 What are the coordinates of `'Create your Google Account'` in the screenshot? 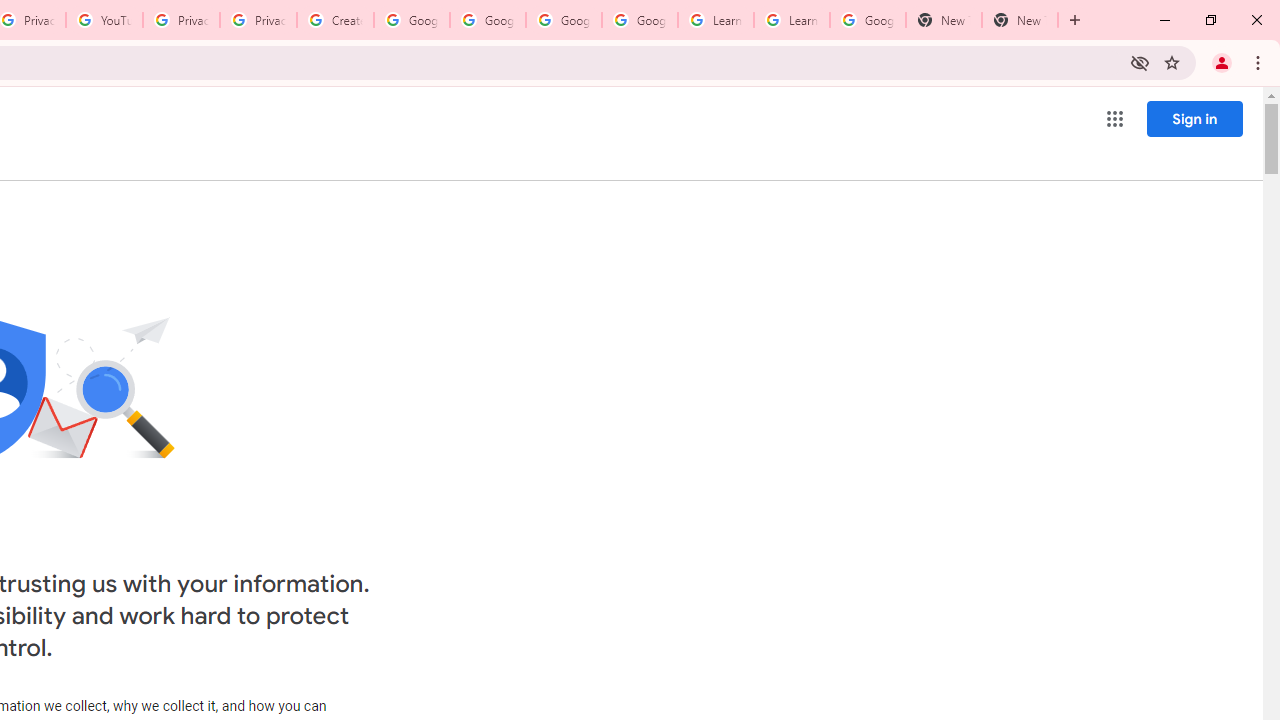 It's located at (335, 20).